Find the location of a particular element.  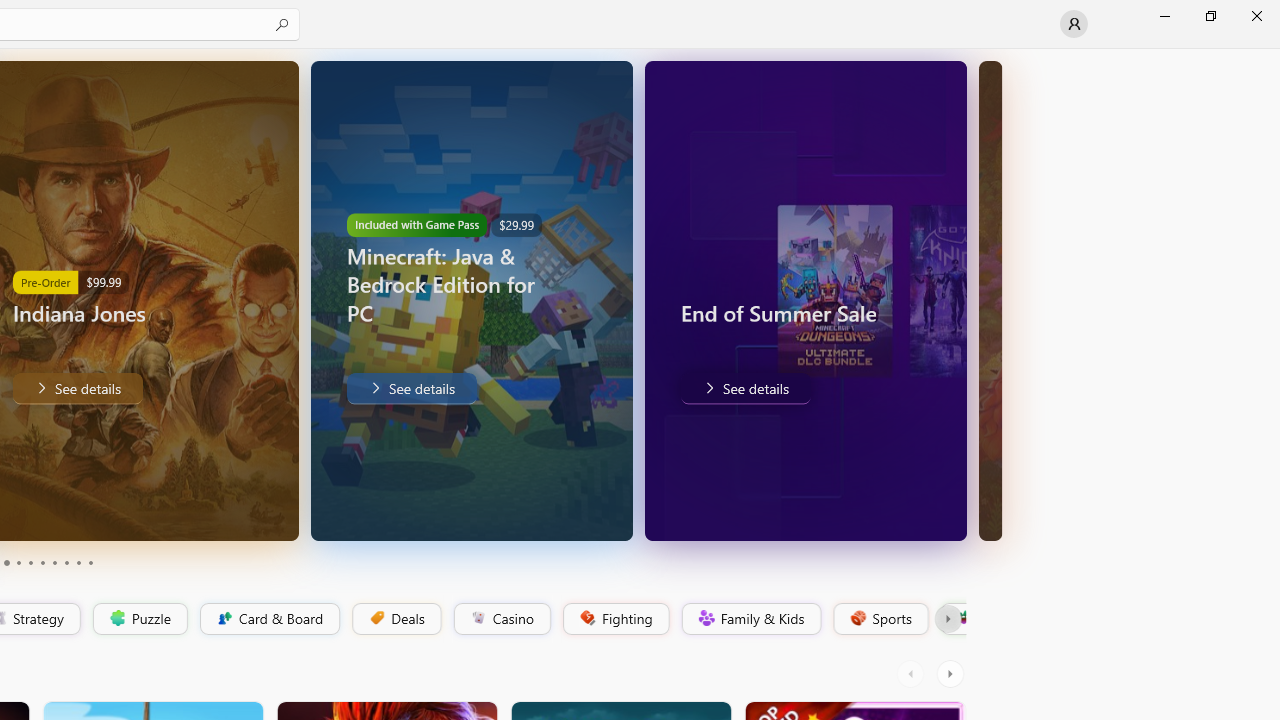

'Family & Kids' is located at coordinates (749, 618).